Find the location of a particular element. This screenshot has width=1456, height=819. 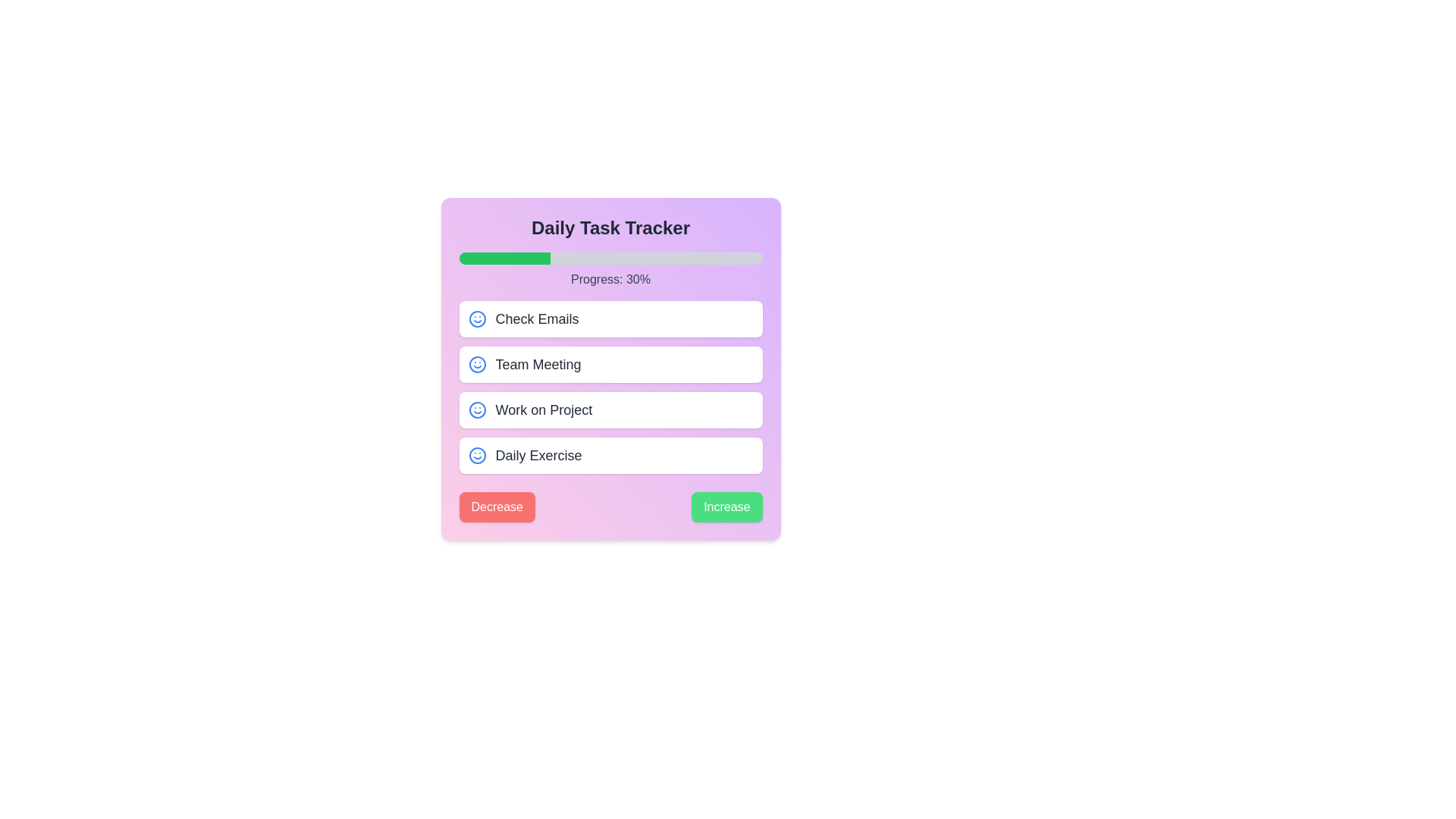

the decorative circle that represents the boundary of the smiley icon in the 'Work on Project' task is located at coordinates (476, 409).